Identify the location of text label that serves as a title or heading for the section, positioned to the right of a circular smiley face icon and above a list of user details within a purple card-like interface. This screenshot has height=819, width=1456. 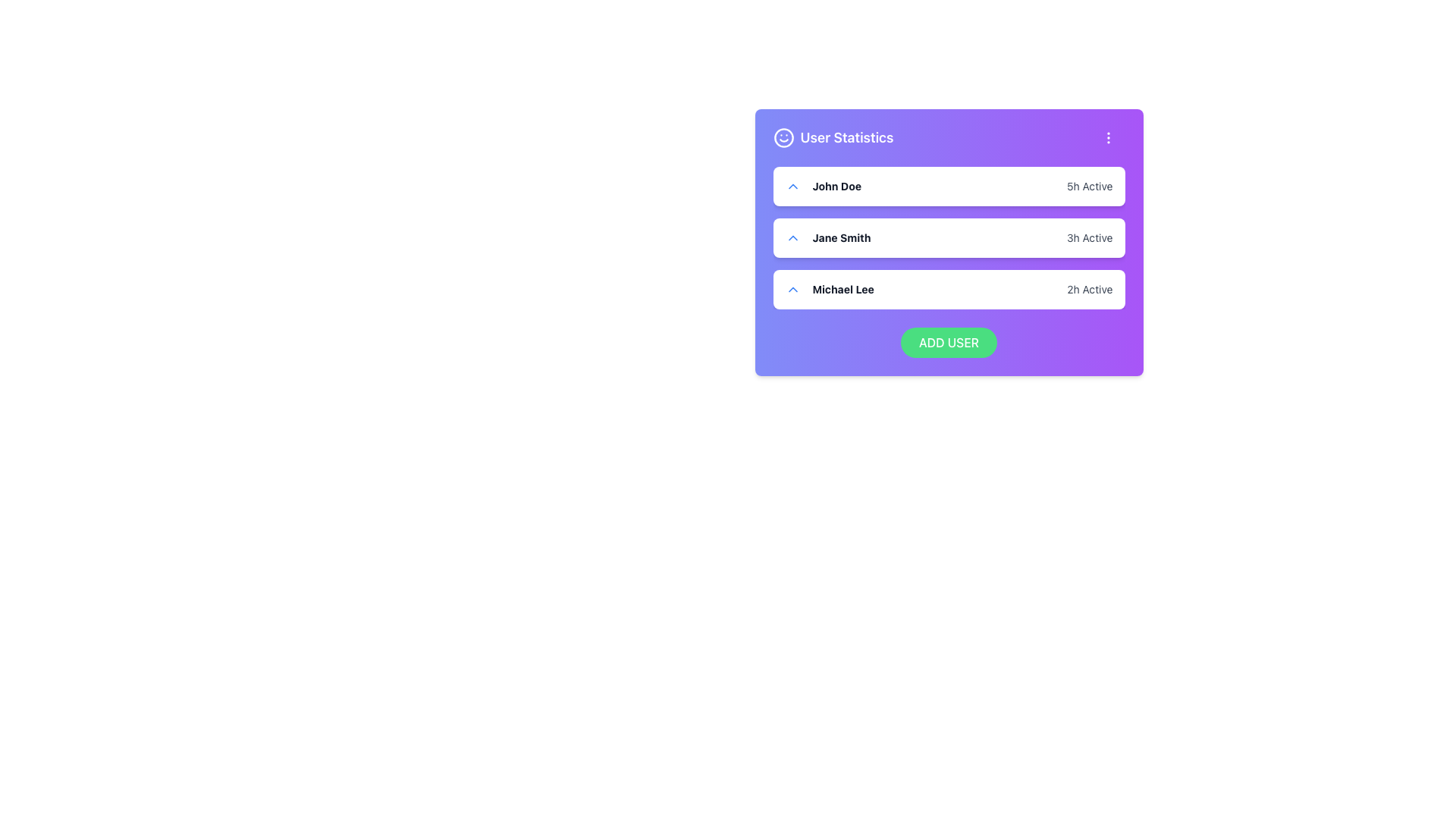
(846, 137).